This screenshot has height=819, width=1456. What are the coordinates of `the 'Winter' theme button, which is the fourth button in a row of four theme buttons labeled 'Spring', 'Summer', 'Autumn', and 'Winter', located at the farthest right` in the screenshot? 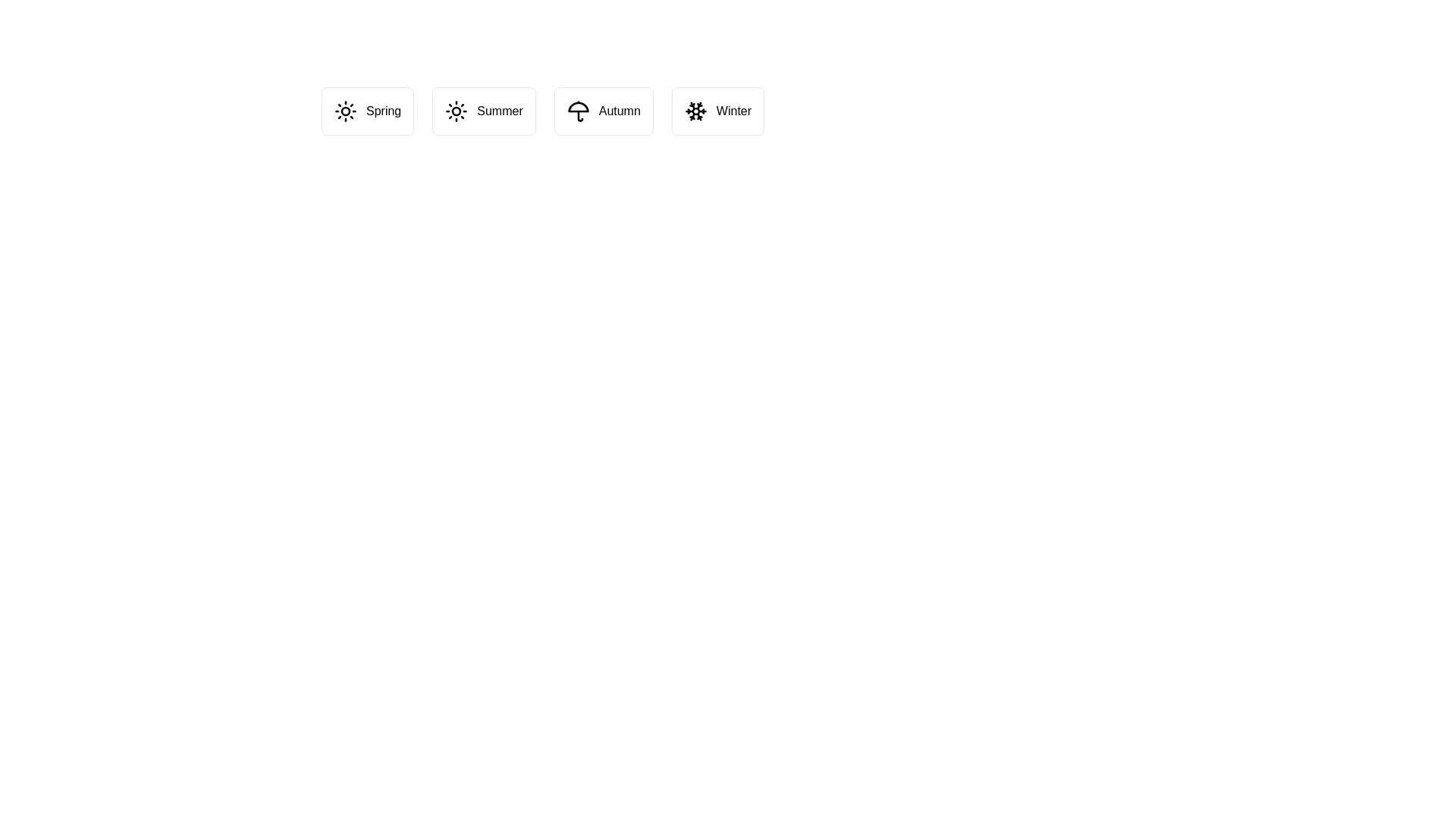 It's located at (717, 110).